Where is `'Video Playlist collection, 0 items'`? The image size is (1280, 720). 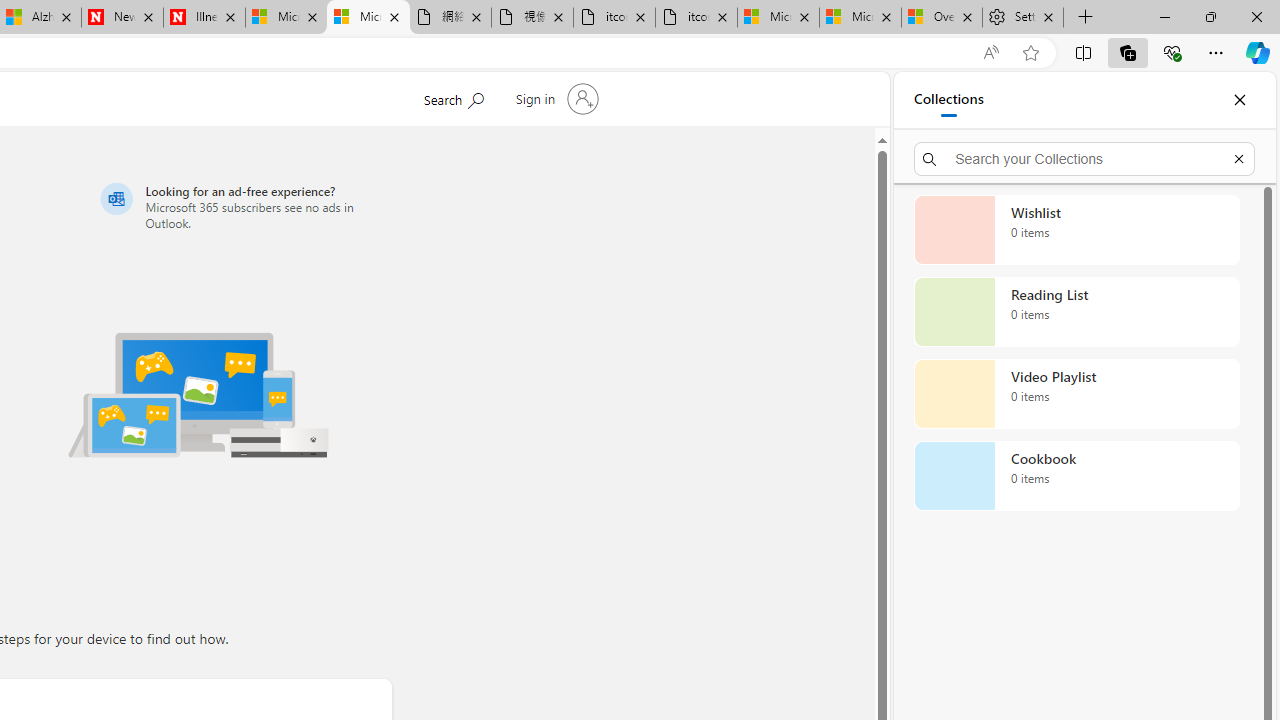 'Video Playlist collection, 0 items' is located at coordinates (1076, 394).